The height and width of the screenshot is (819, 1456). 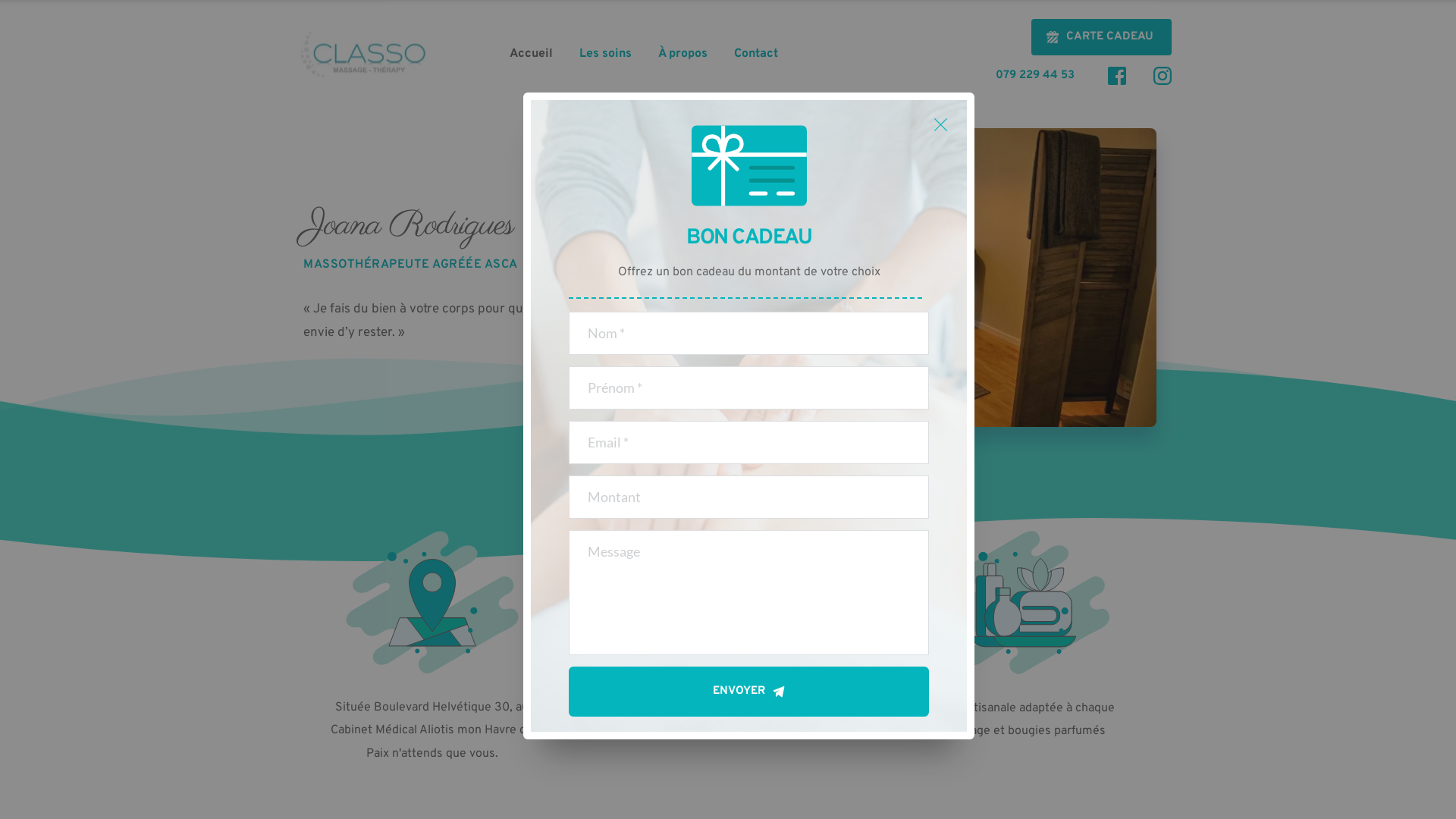 I want to click on '079 229 44 53  ', so click(x=1037, y=75).